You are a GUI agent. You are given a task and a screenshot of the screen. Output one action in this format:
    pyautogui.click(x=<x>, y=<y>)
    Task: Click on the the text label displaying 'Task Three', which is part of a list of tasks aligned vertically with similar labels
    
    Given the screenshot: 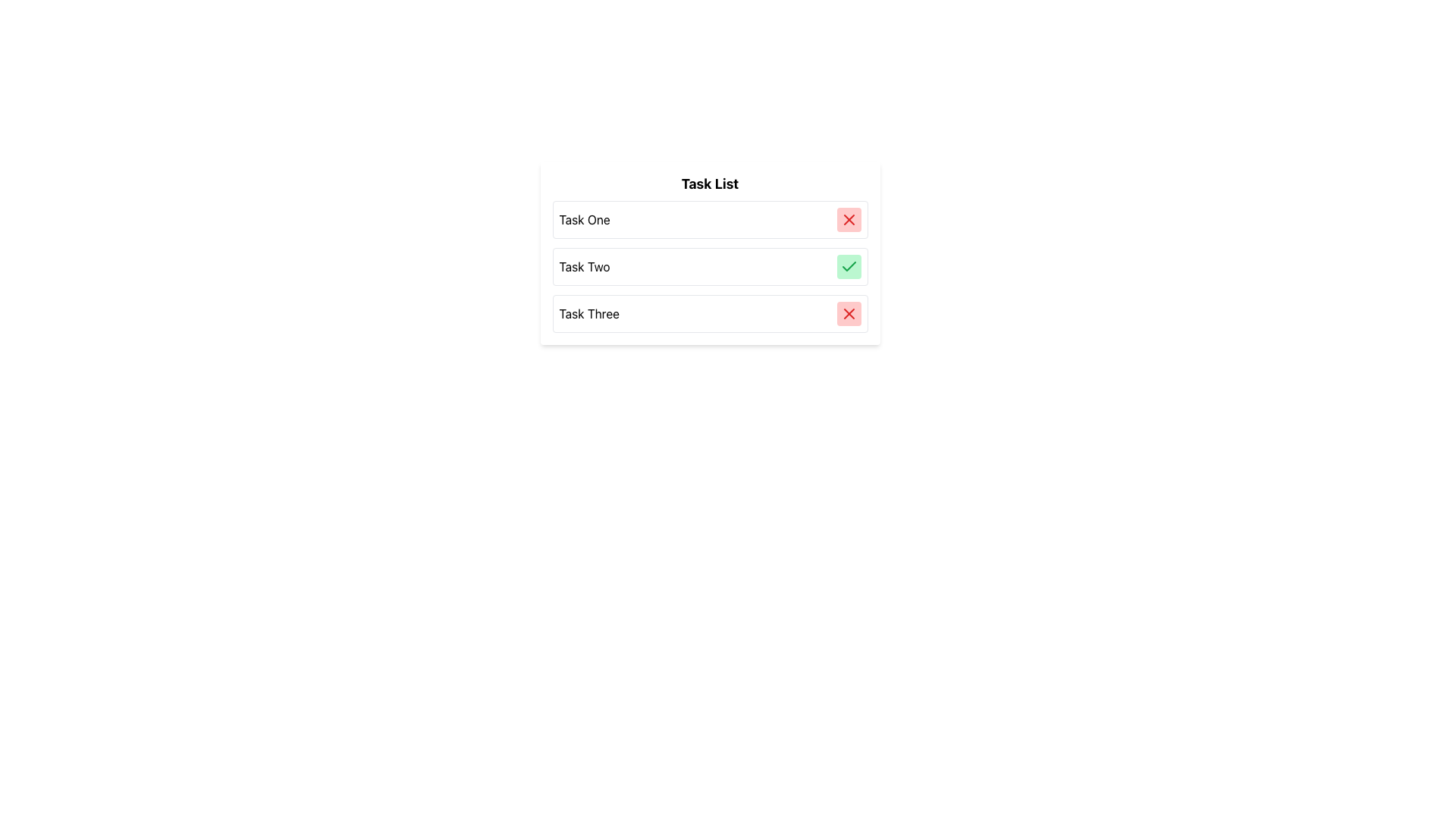 What is the action you would take?
    pyautogui.click(x=588, y=312)
    